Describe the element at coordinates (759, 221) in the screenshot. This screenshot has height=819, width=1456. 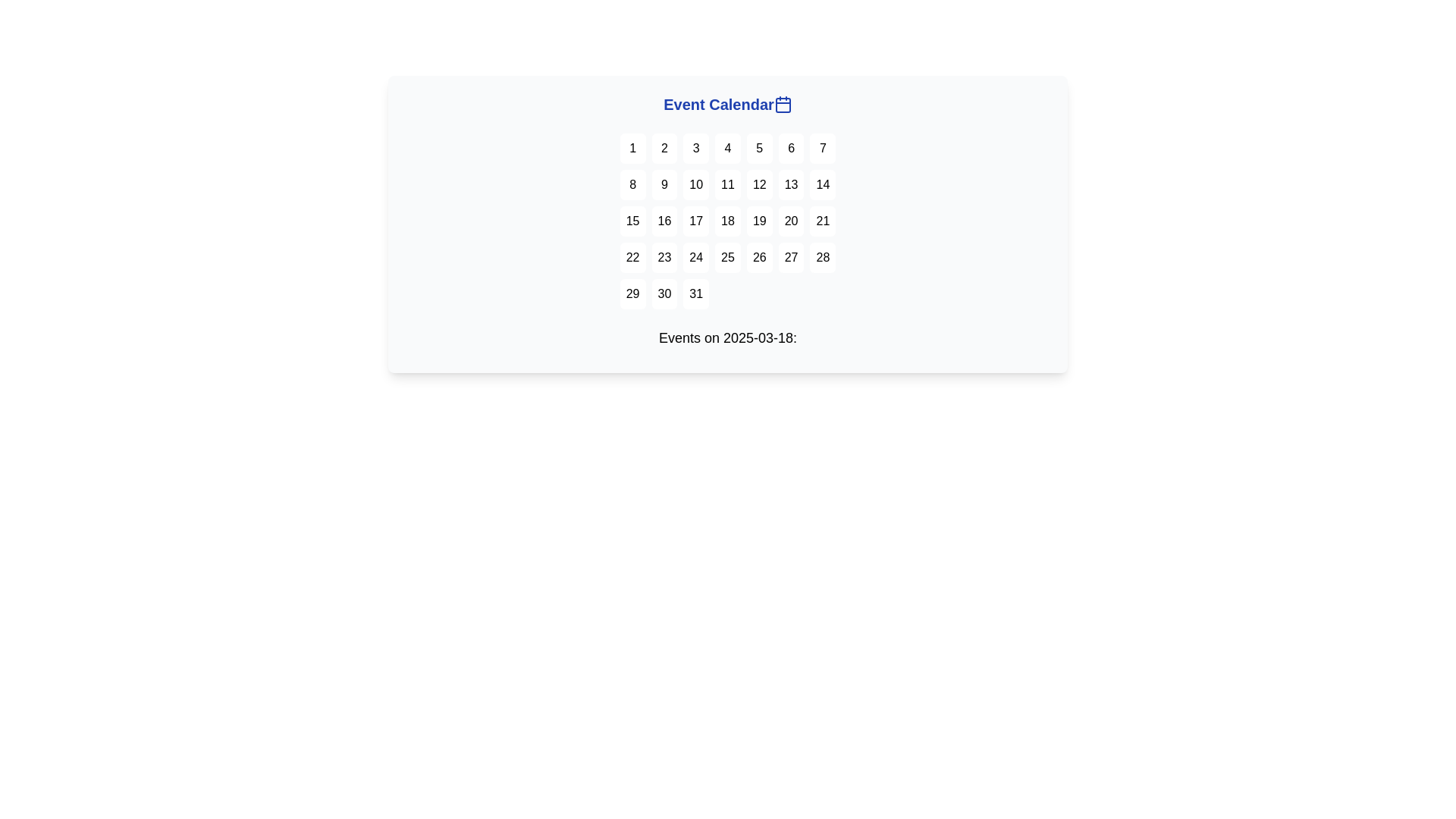
I see `the button labeled '19' in the Event Calendar` at that location.